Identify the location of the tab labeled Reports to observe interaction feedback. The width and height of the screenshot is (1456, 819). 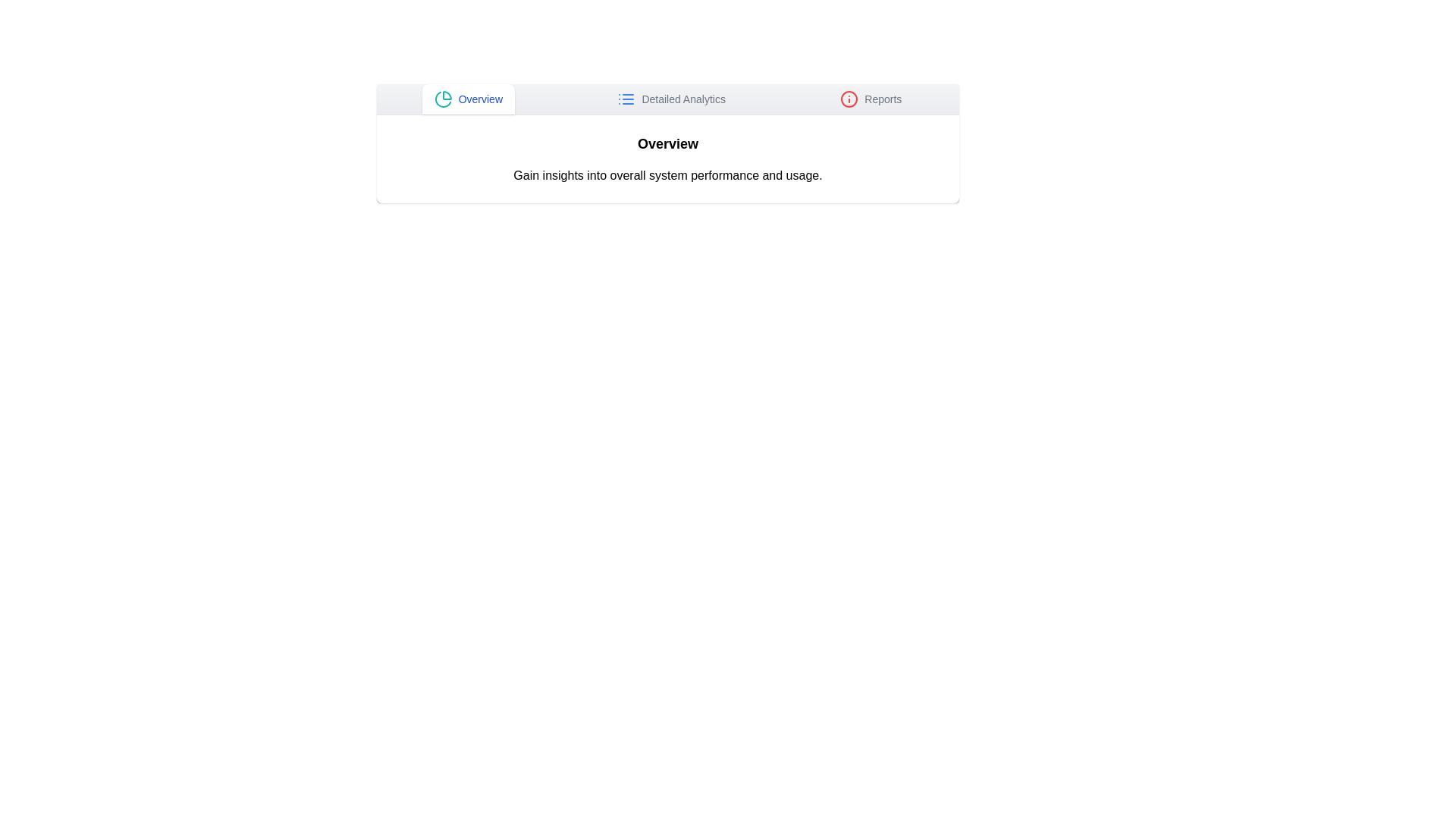
(871, 99).